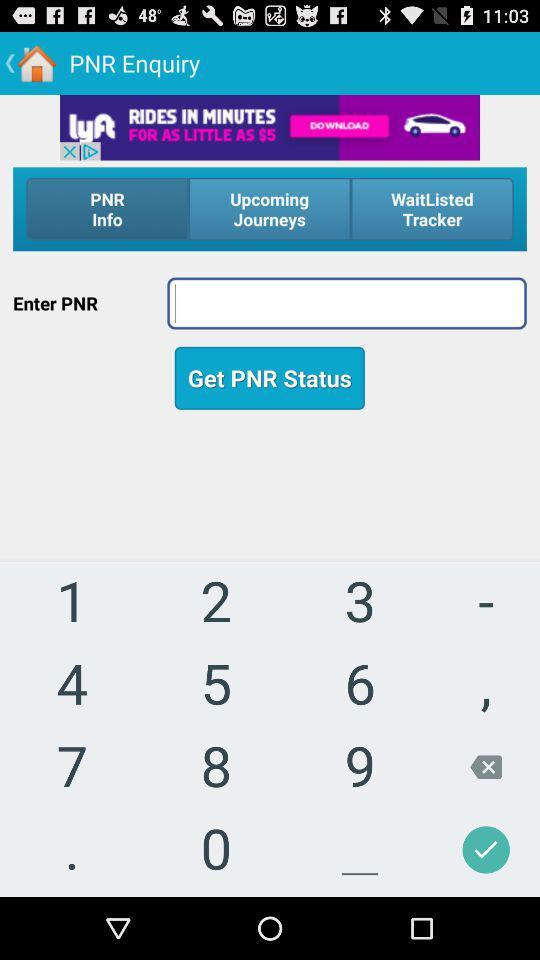 This screenshot has height=960, width=540. Describe the element at coordinates (270, 674) in the screenshot. I see `enlarge the number pad` at that location.